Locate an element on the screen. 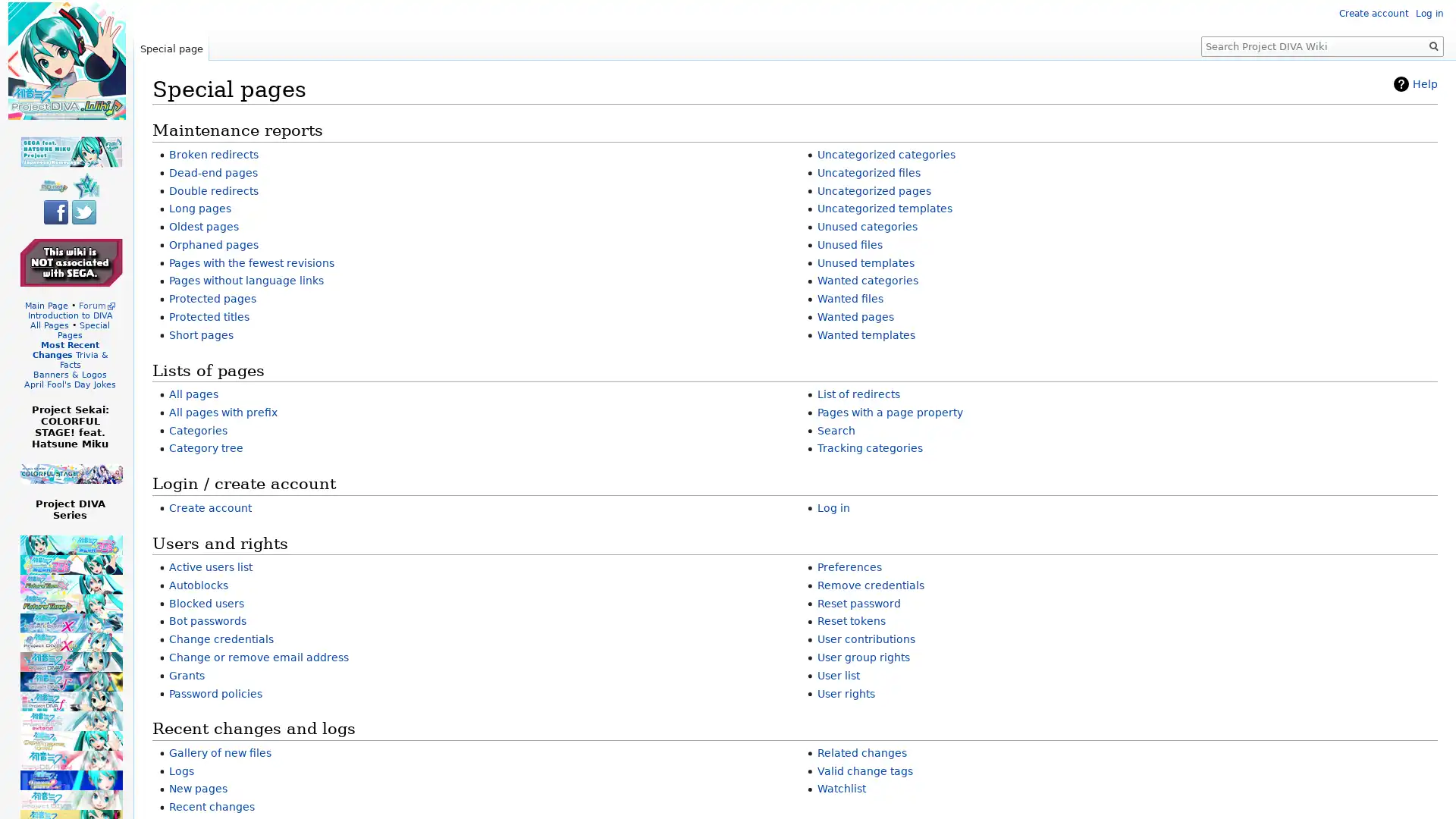  Go is located at coordinates (1433, 45).